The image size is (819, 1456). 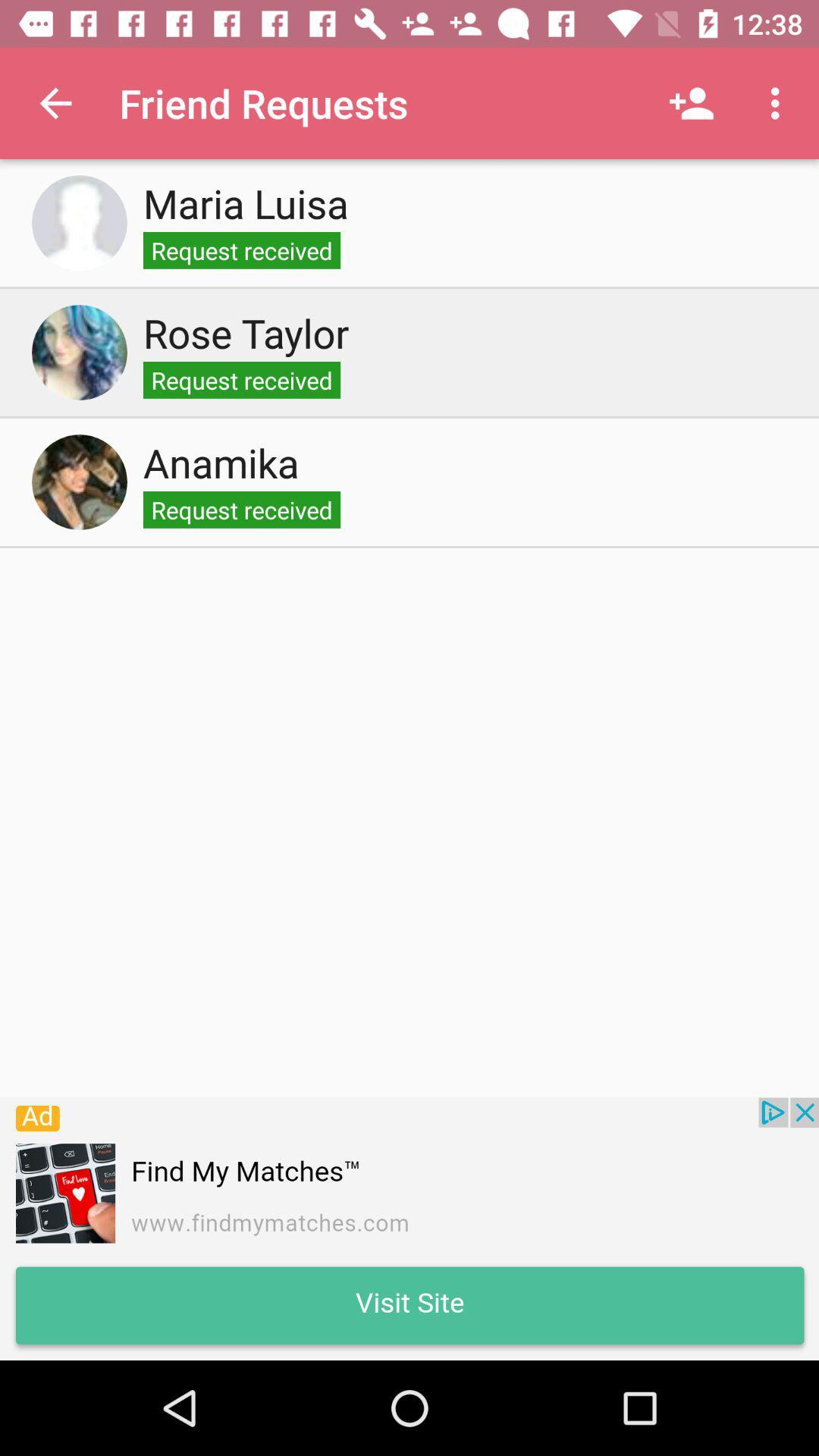 What do you see at coordinates (79, 482) in the screenshot?
I see `select person` at bounding box center [79, 482].